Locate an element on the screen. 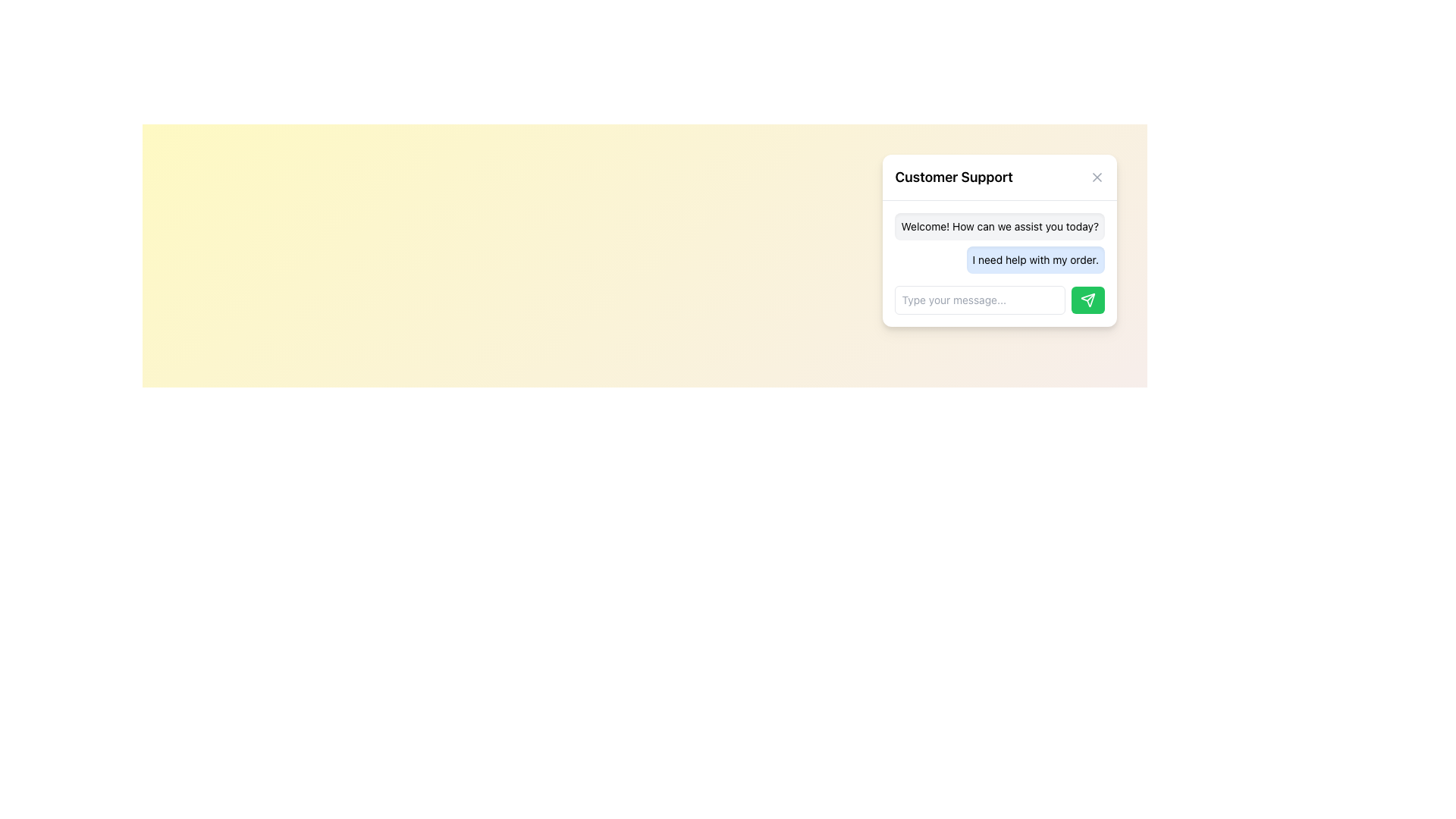 Image resolution: width=1456 pixels, height=819 pixels. the green button with a white paper plane icon to send a message is located at coordinates (1087, 300).